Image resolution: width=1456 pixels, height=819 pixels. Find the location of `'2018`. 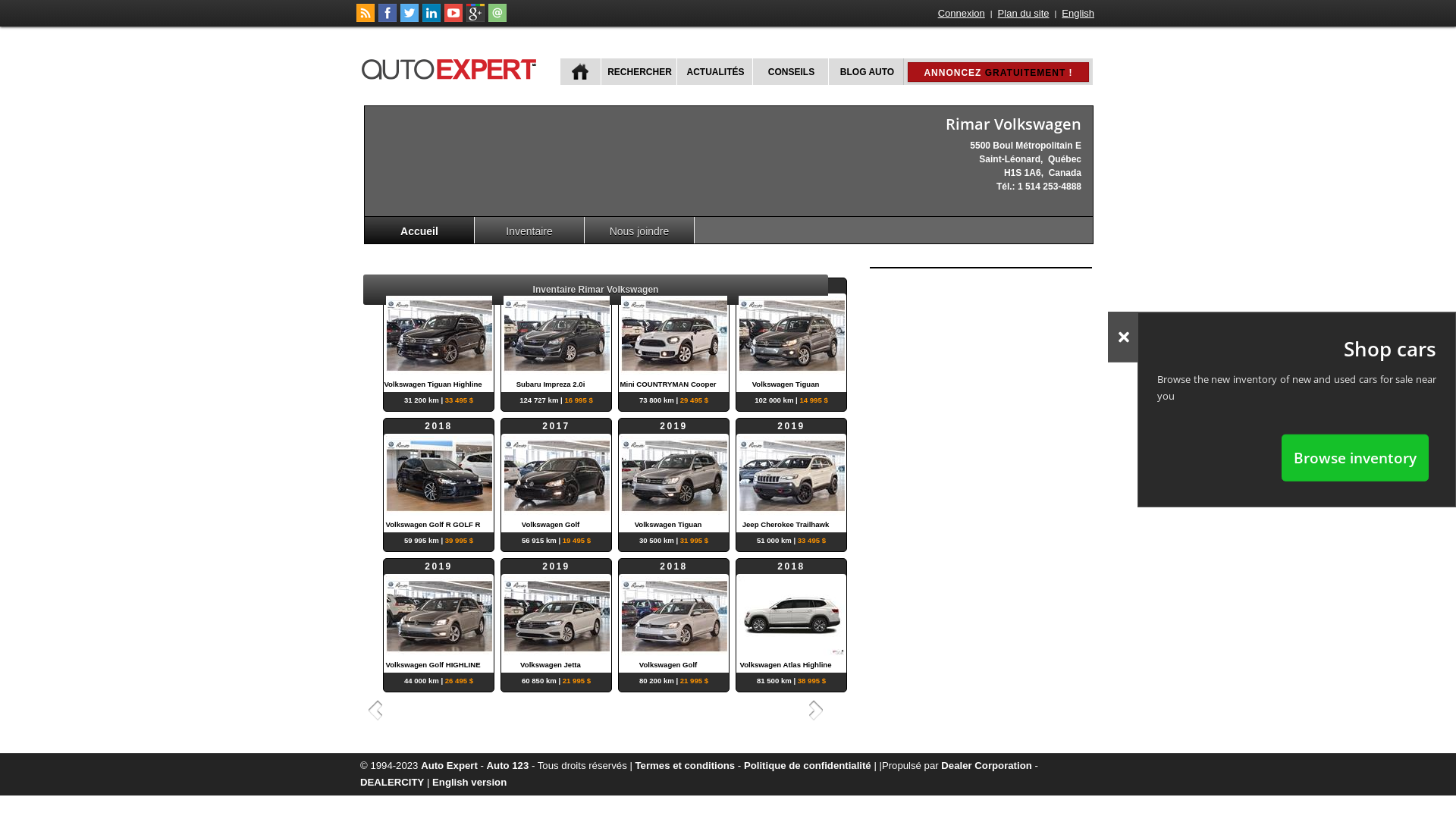

'2018 is located at coordinates (673, 616).